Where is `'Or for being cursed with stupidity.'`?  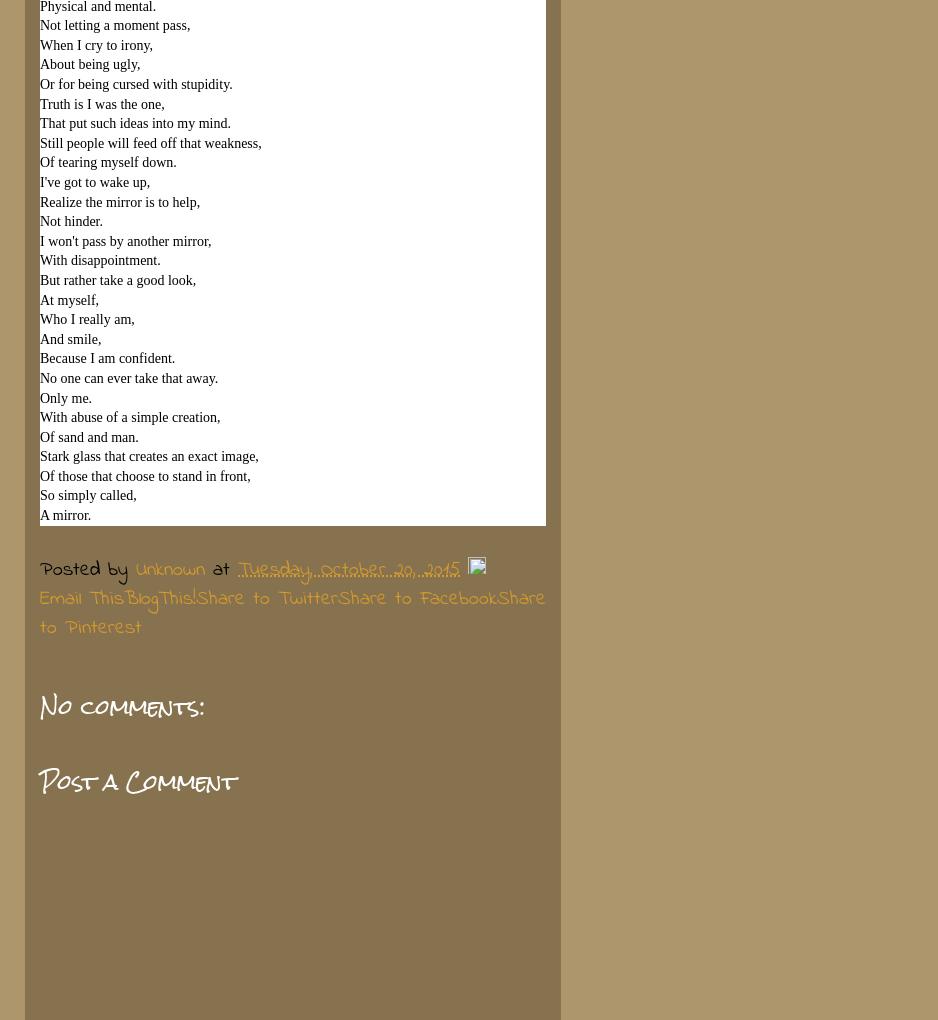 'Or for being cursed with stupidity.' is located at coordinates (136, 84).